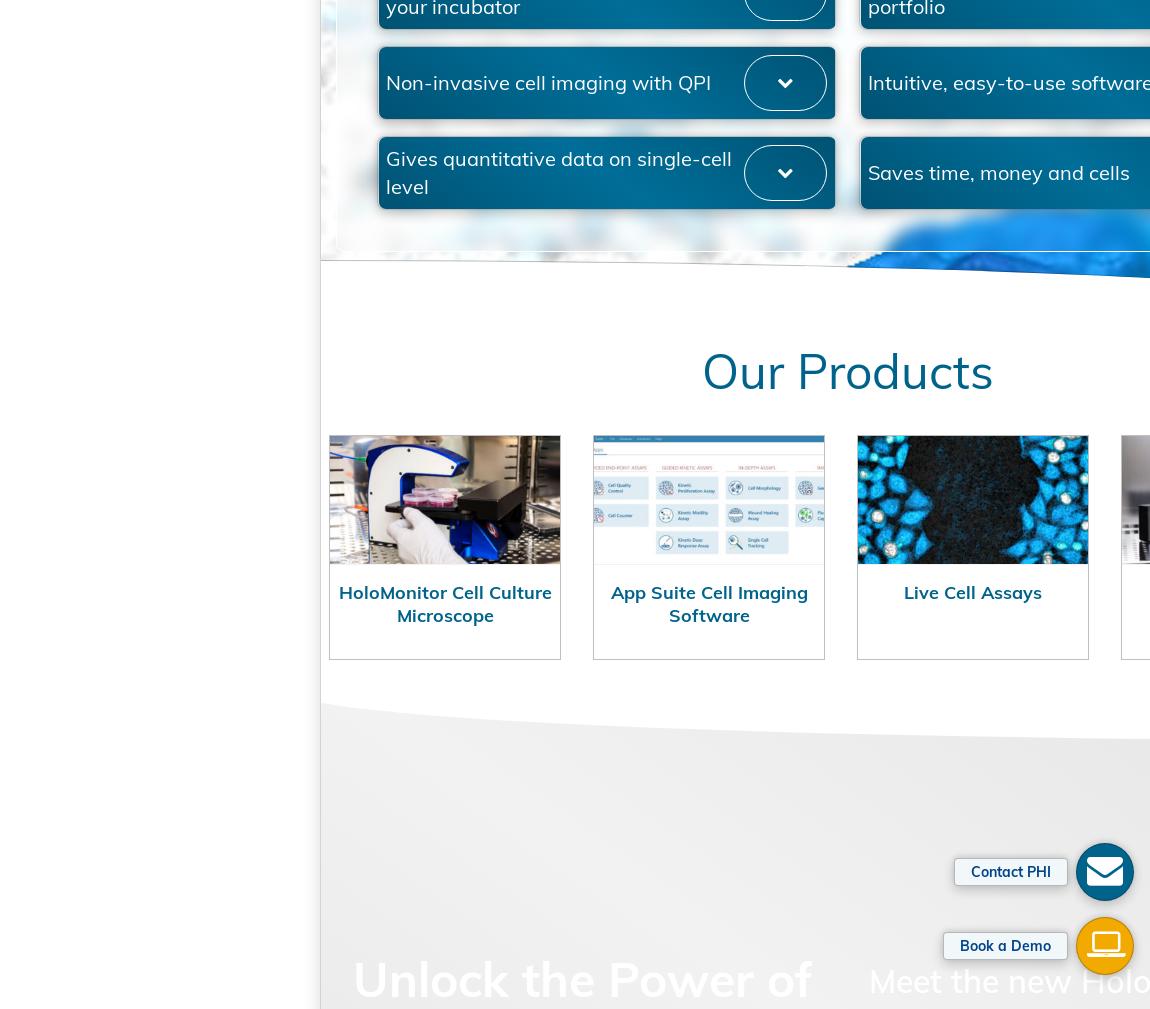 Image resolution: width=1150 pixels, height=1009 pixels. I want to click on 'Powerful and wide application portfolio', so click(847, 74).